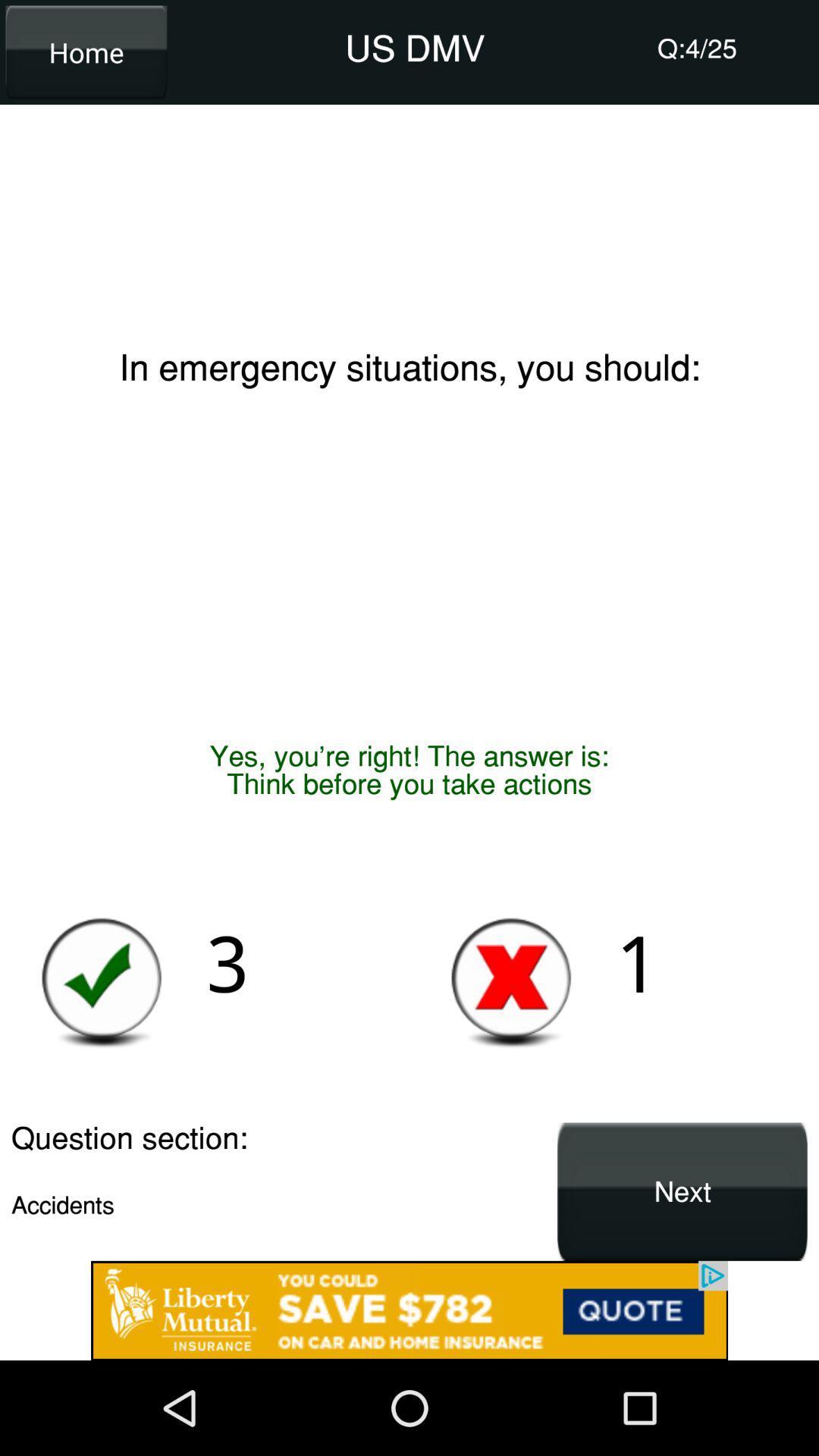 This screenshot has height=1456, width=819. I want to click on advertisement page, so click(409, 1310).